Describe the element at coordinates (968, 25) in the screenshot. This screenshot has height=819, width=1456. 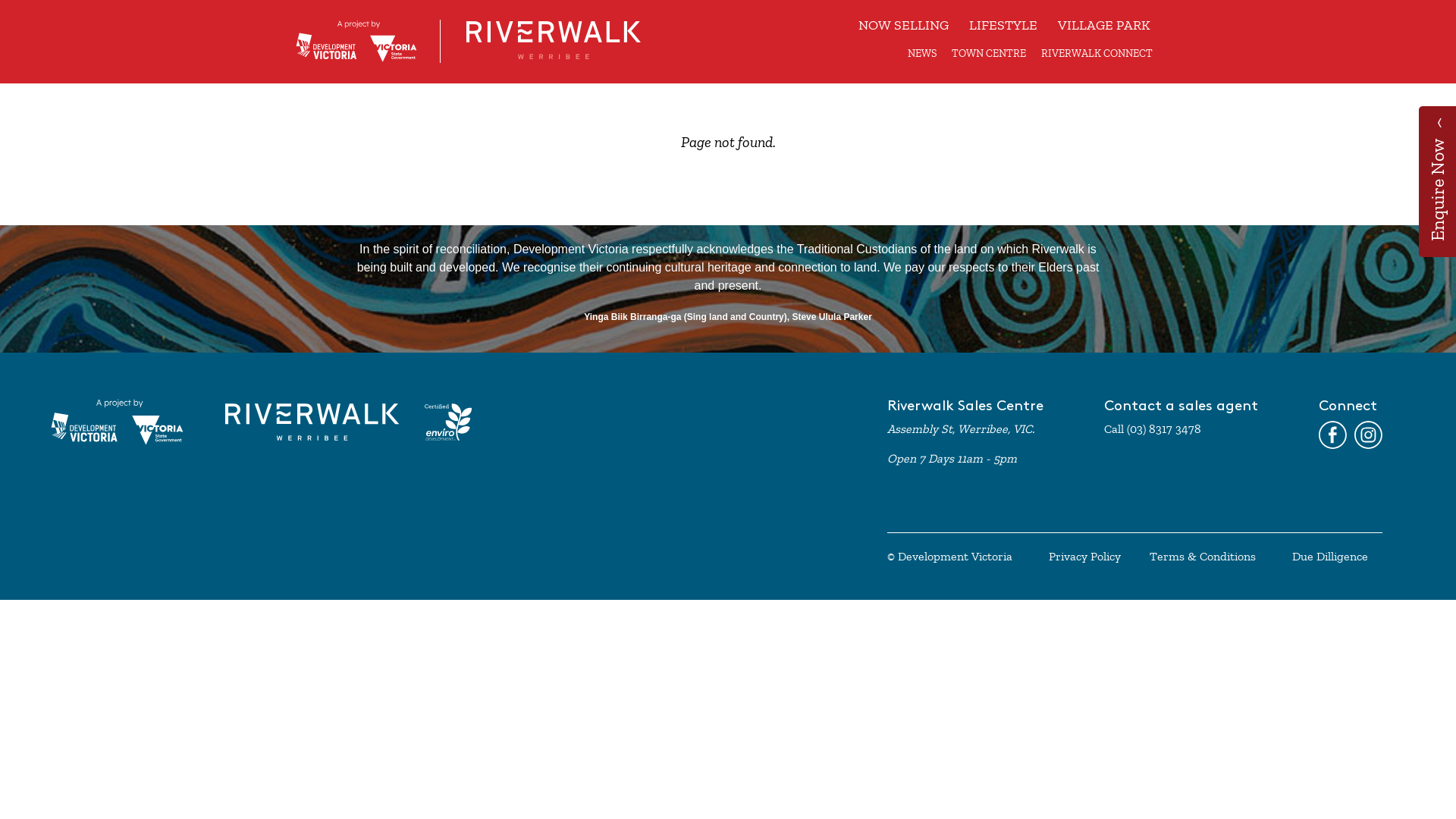
I see `'LIFESTYLE'` at that location.